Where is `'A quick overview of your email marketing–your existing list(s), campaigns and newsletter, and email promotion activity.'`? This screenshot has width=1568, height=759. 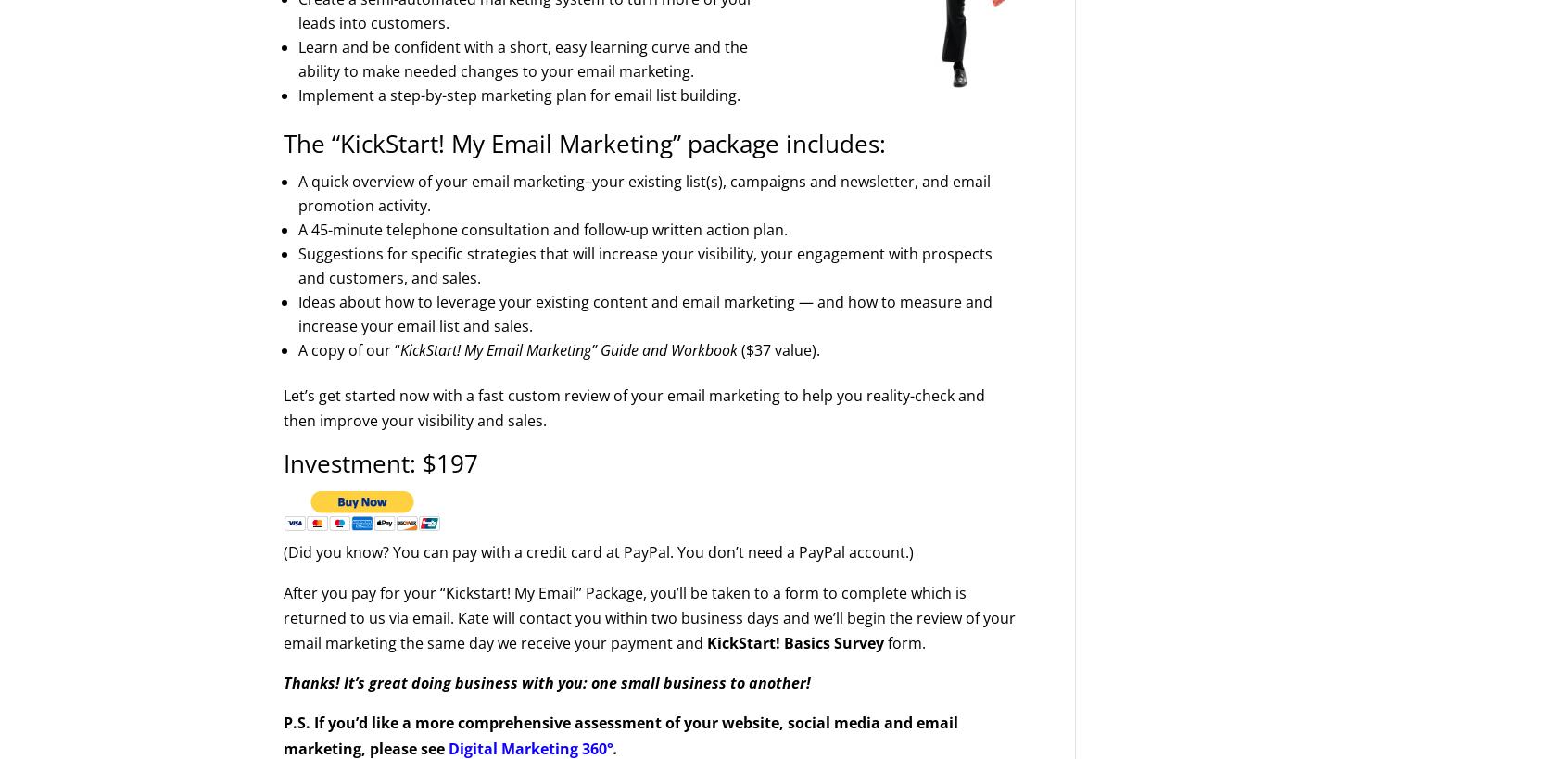 'A quick overview of your email marketing–your existing list(s), campaigns and newsletter, and email promotion activity.' is located at coordinates (644, 194).